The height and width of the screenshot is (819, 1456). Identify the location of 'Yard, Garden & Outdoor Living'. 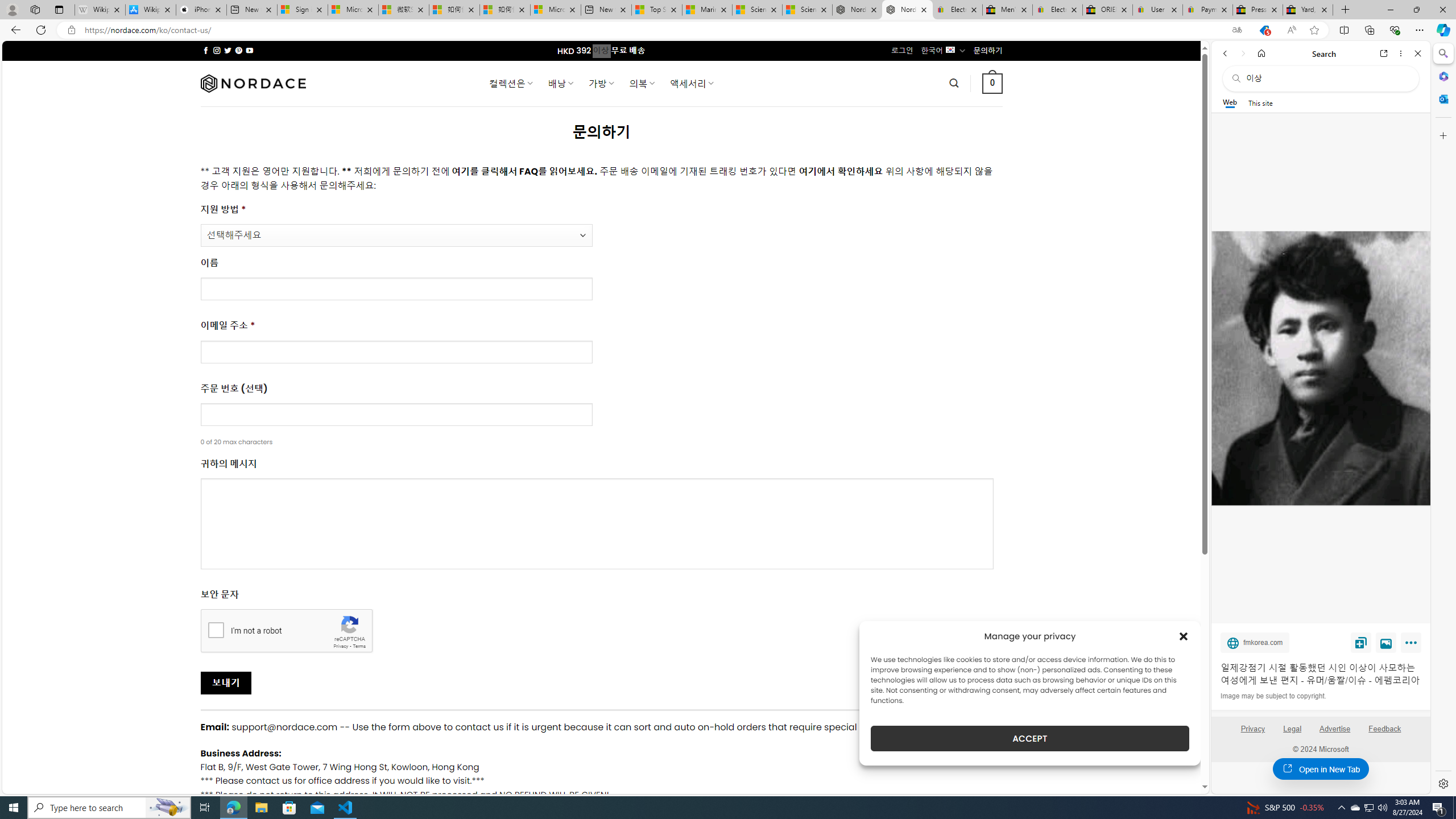
(1308, 9).